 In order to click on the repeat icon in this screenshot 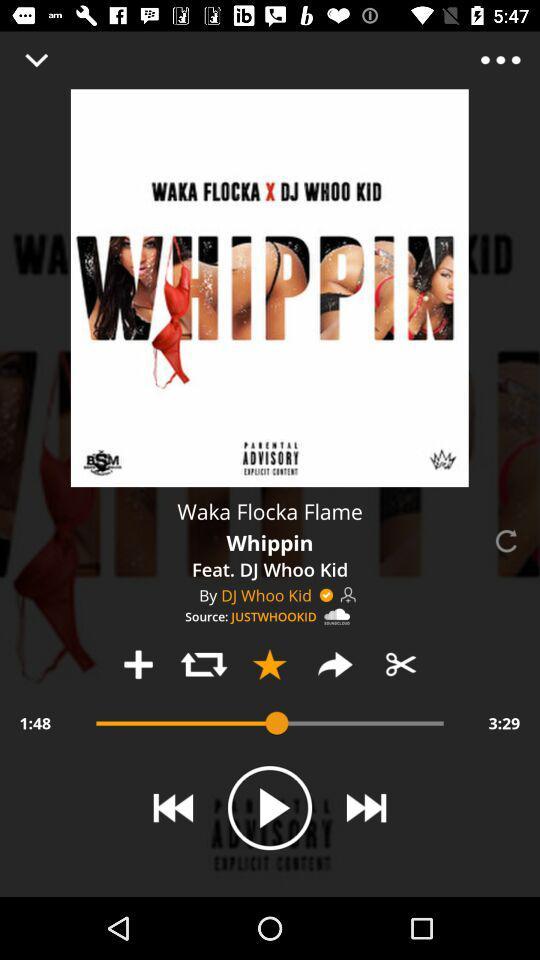, I will do `click(203, 664)`.